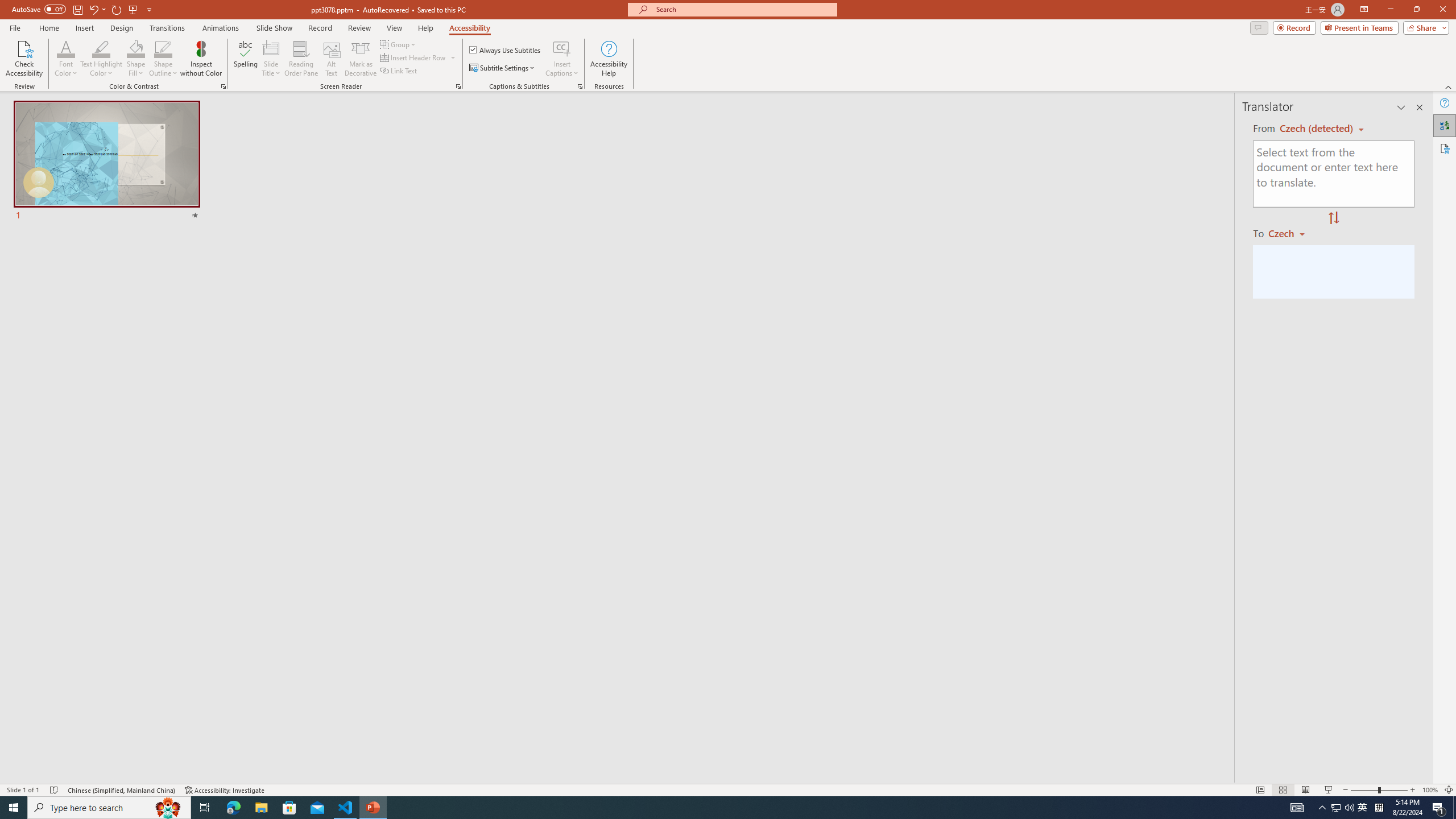 This screenshot has width=1456, height=819. Describe the element at coordinates (505, 49) in the screenshot. I see `'Always Use Subtitles'` at that location.